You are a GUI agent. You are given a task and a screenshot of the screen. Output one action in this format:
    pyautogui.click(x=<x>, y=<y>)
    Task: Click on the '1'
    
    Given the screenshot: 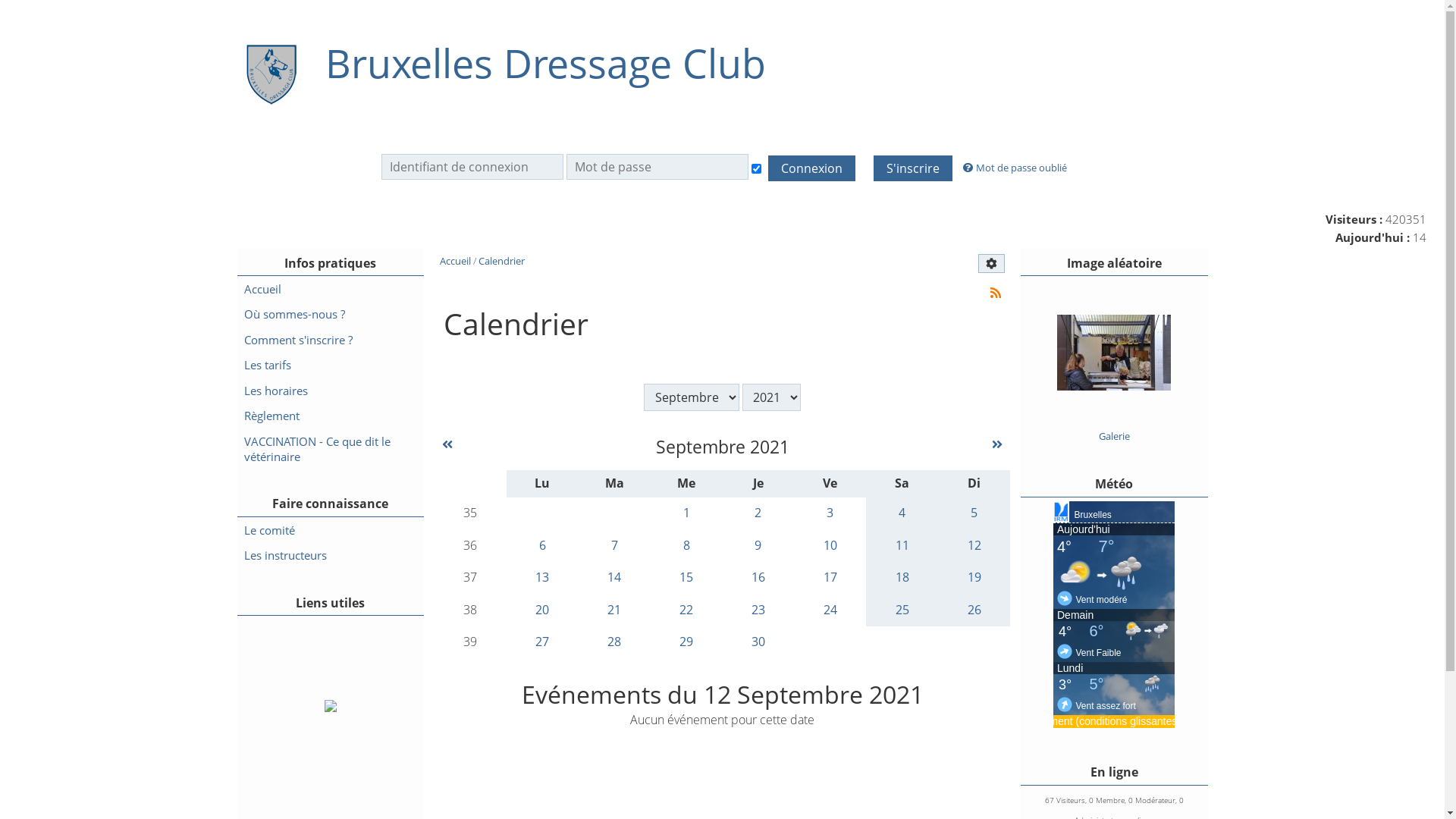 What is the action you would take?
    pyautogui.click(x=686, y=513)
    